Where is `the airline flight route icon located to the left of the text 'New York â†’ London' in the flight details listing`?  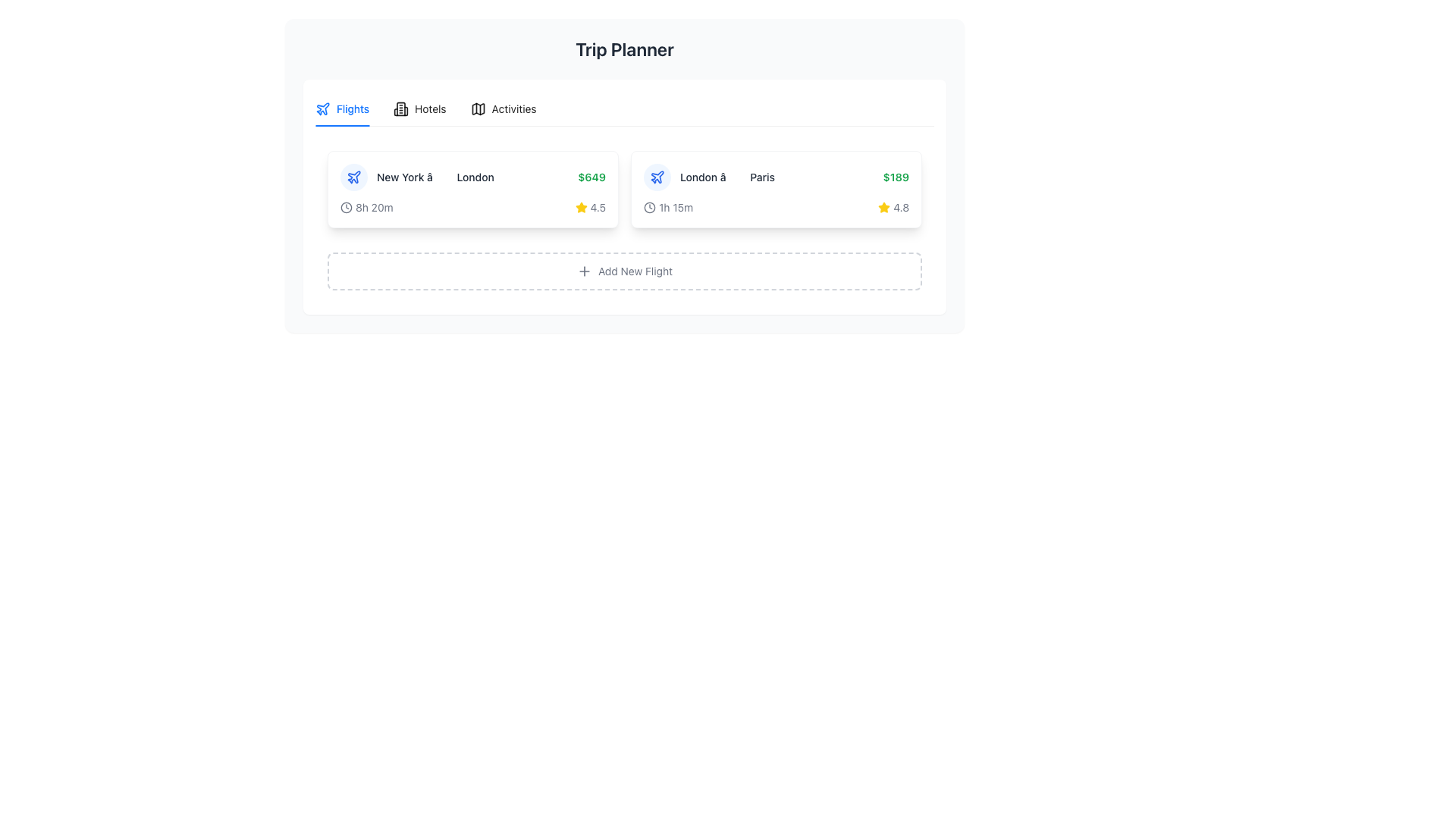 the airline flight route icon located to the left of the text 'New York â†’ London' in the flight details listing is located at coordinates (353, 177).